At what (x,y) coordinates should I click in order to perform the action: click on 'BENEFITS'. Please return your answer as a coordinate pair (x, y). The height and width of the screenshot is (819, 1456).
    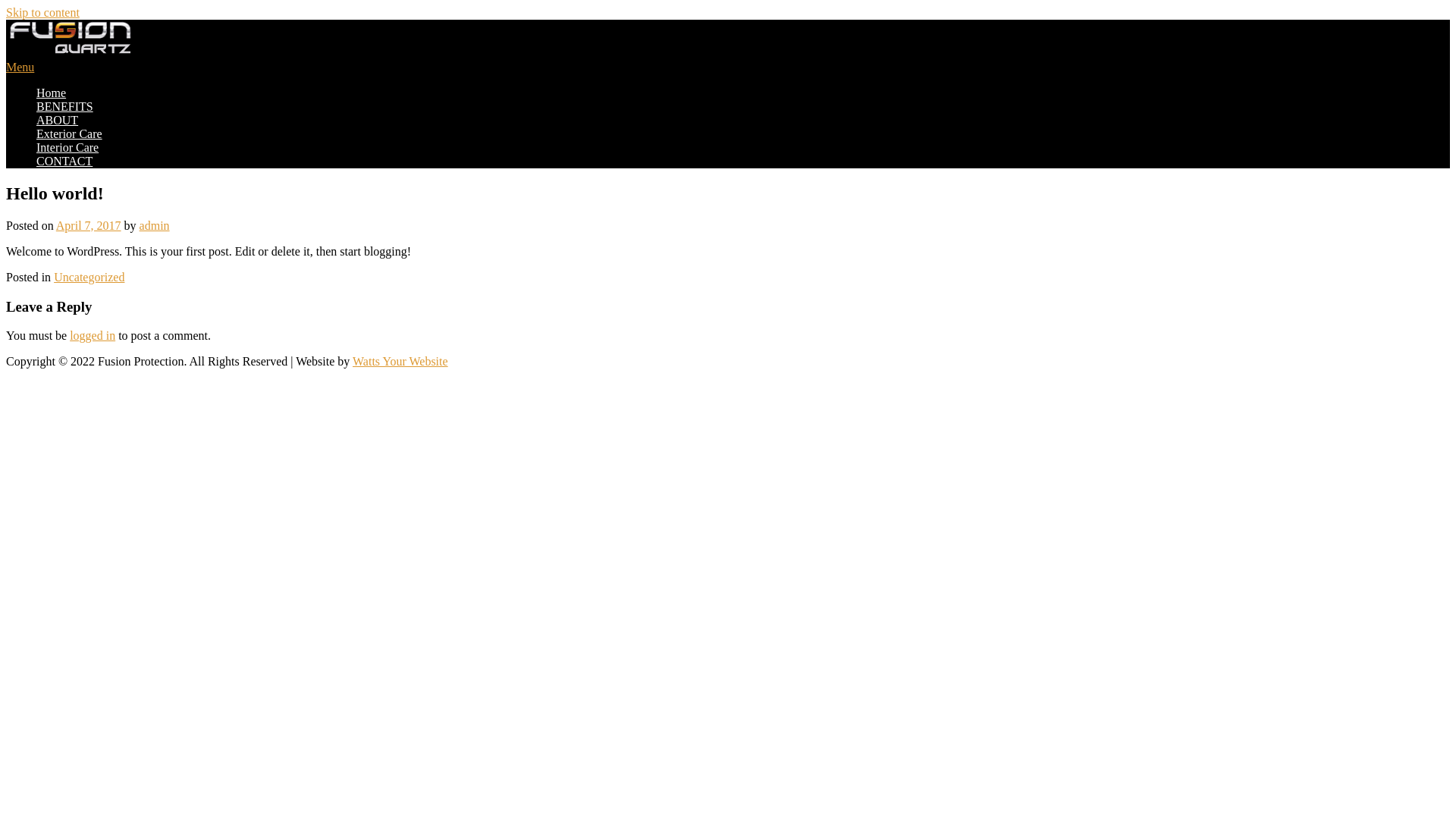
    Looking at the image, I should click on (64, 105).